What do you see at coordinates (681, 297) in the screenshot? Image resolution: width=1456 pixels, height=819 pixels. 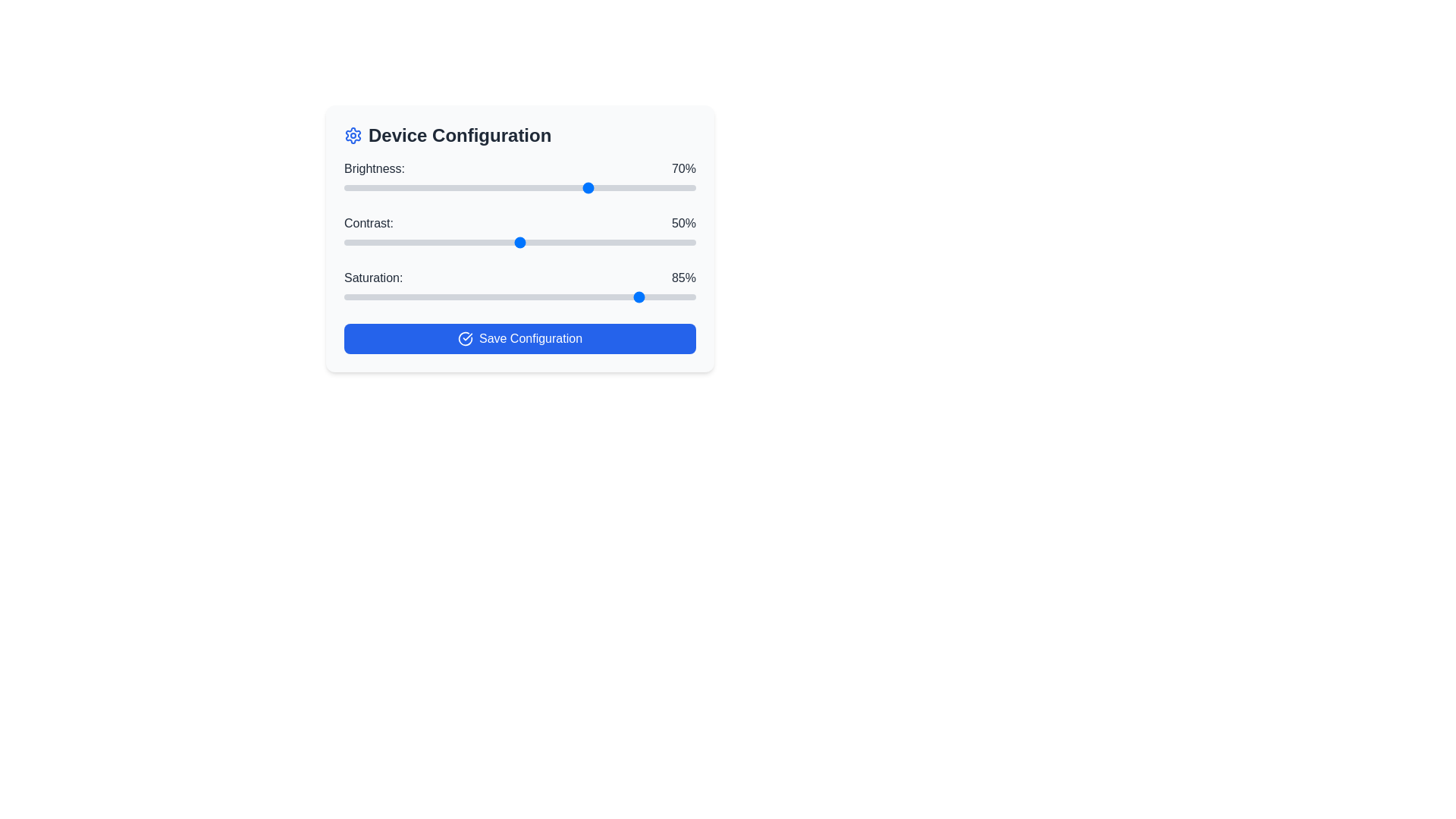 I see `the saturation level` at bounding box center [681, 297].